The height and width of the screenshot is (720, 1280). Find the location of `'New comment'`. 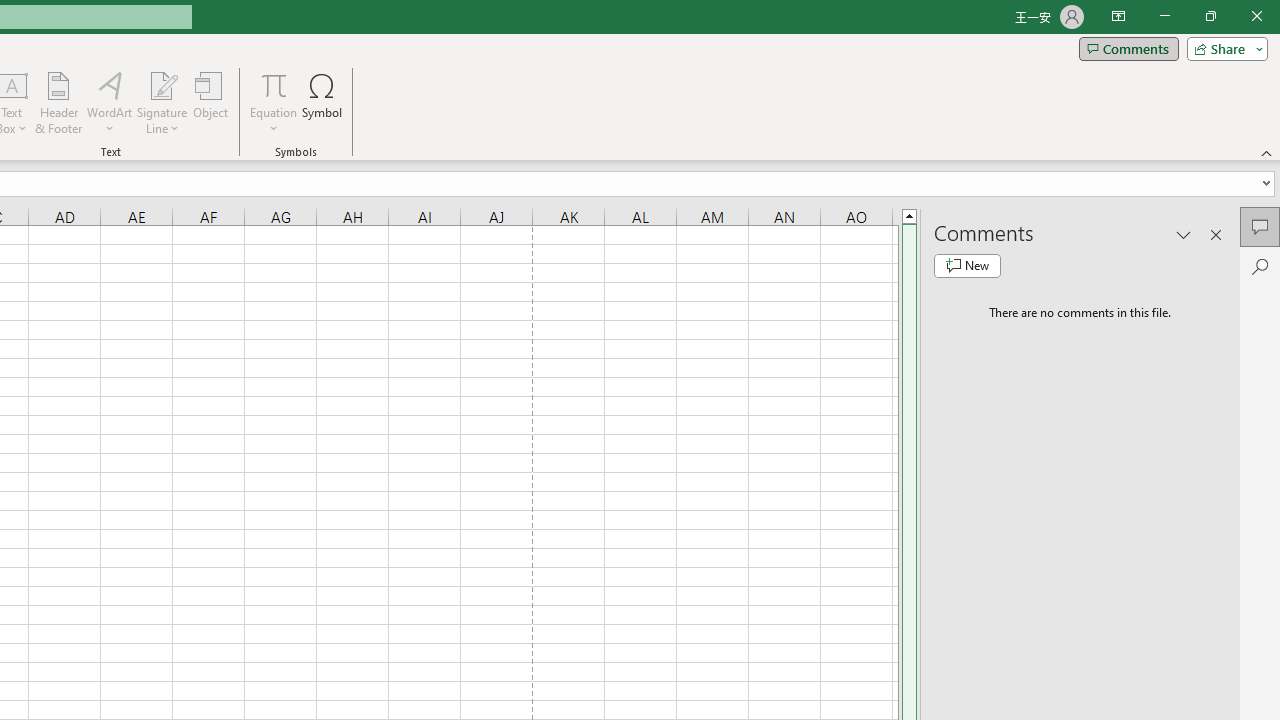

'New comment' is located at coordinates (967, 265).